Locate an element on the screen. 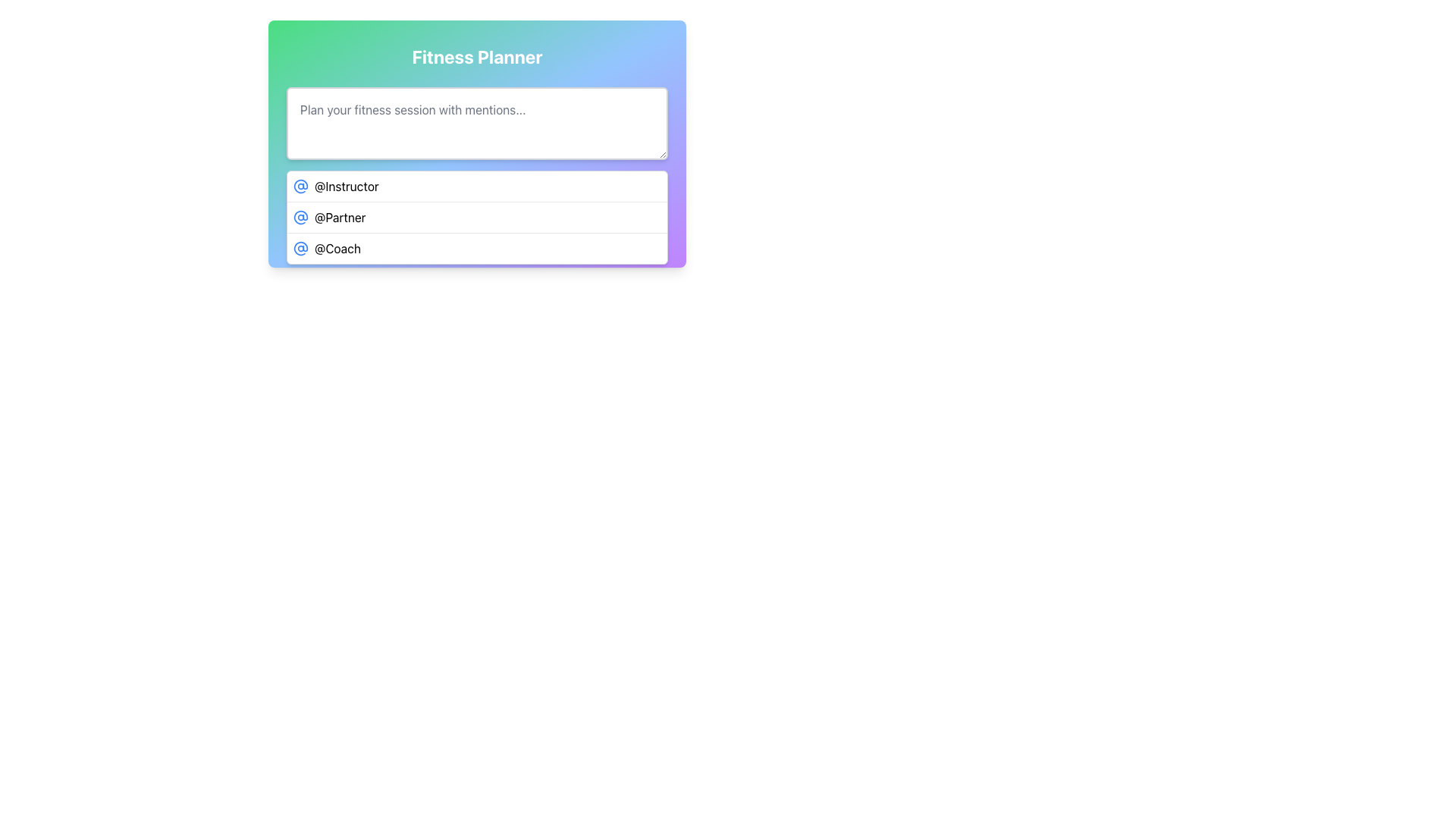 The width and height of the screenshot is (1456, 819). the 'Clear' button, which has a red background, white text, and a smiling face icon on its left, to observe the hover effect is located at coordinates (323, 197).